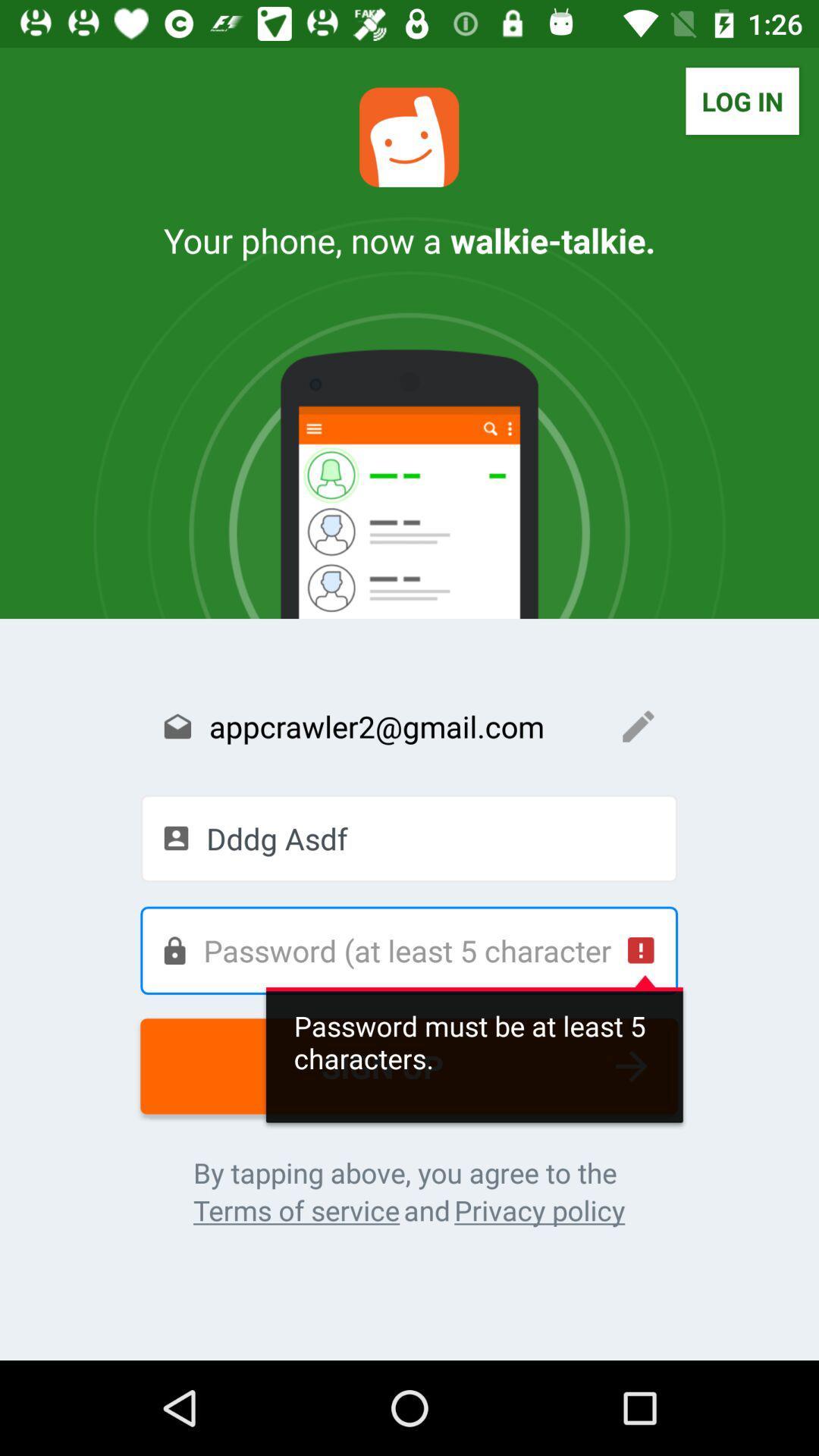  What do you see at coordinates (297, 1210) in the screenshot?
I see `icon next to and item` at bounding box center [297, 1210].